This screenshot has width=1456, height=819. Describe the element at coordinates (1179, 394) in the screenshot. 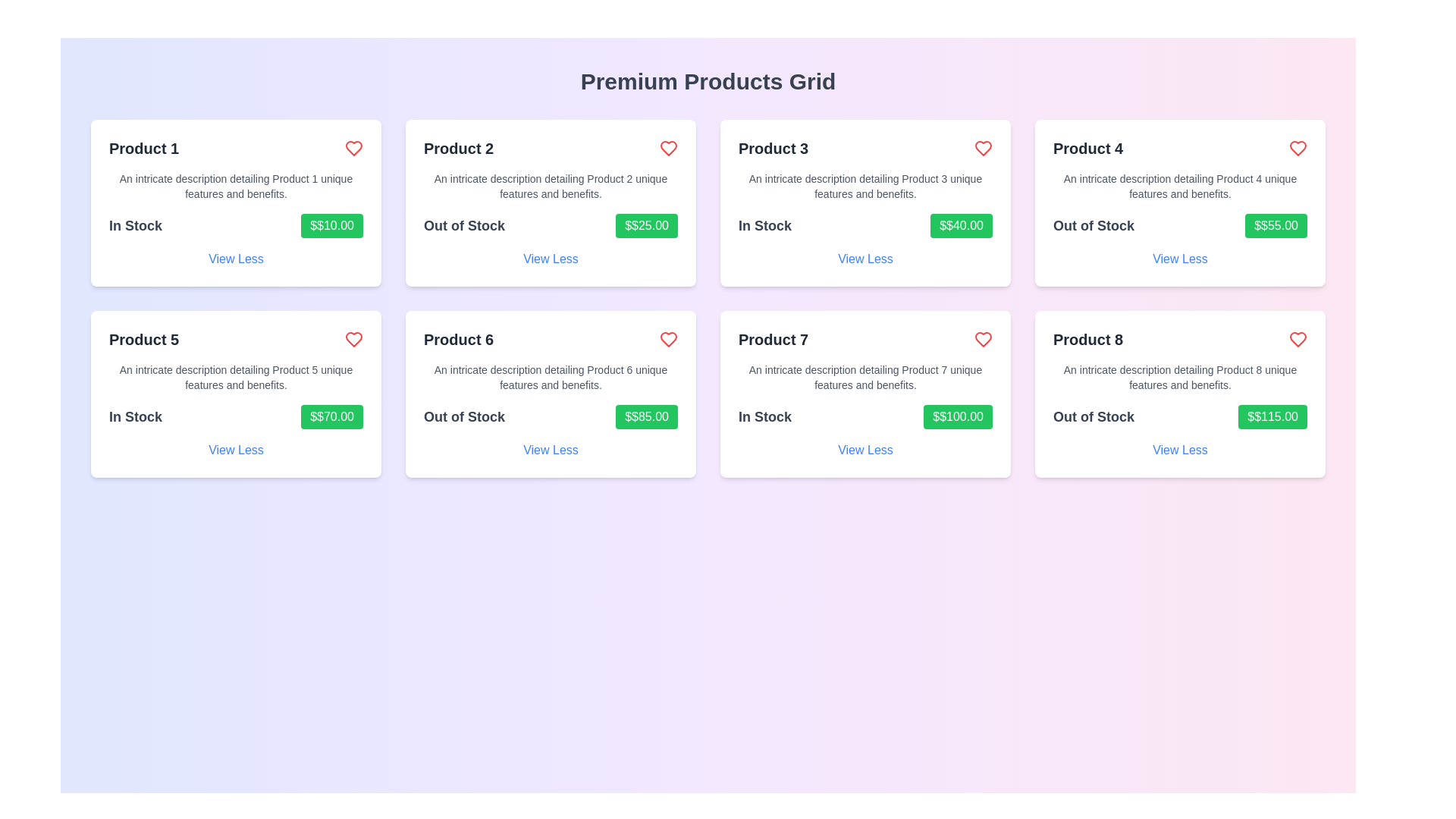

I see `the price of 'Product 8' in the product information card` at that location.